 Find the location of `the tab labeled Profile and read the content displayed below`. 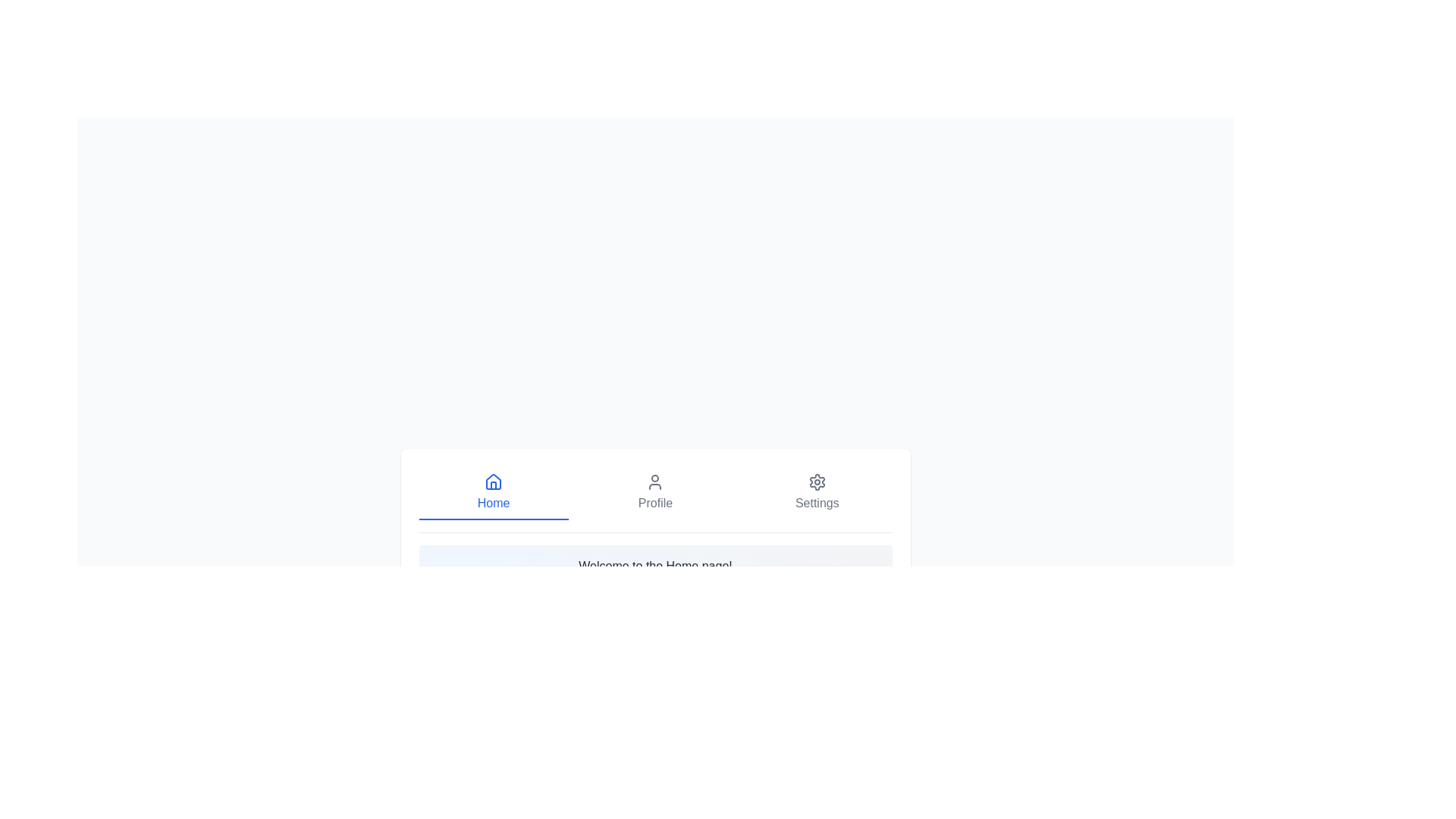

the tab labeled Profile and read the content displayed below is located at coordinates (655, 493).